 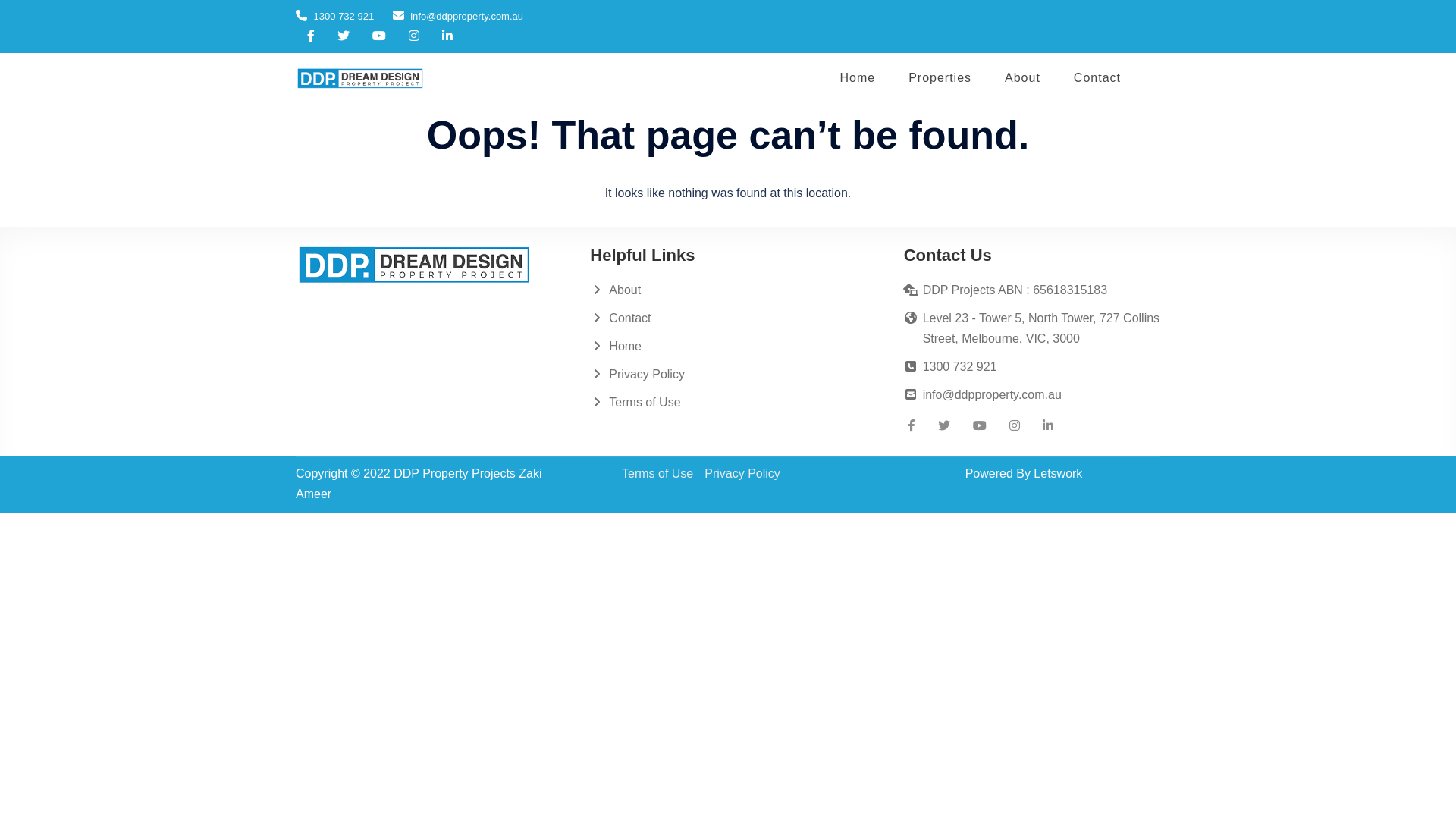 I want to click on '1300 732 921', so click(x=334, y=16).